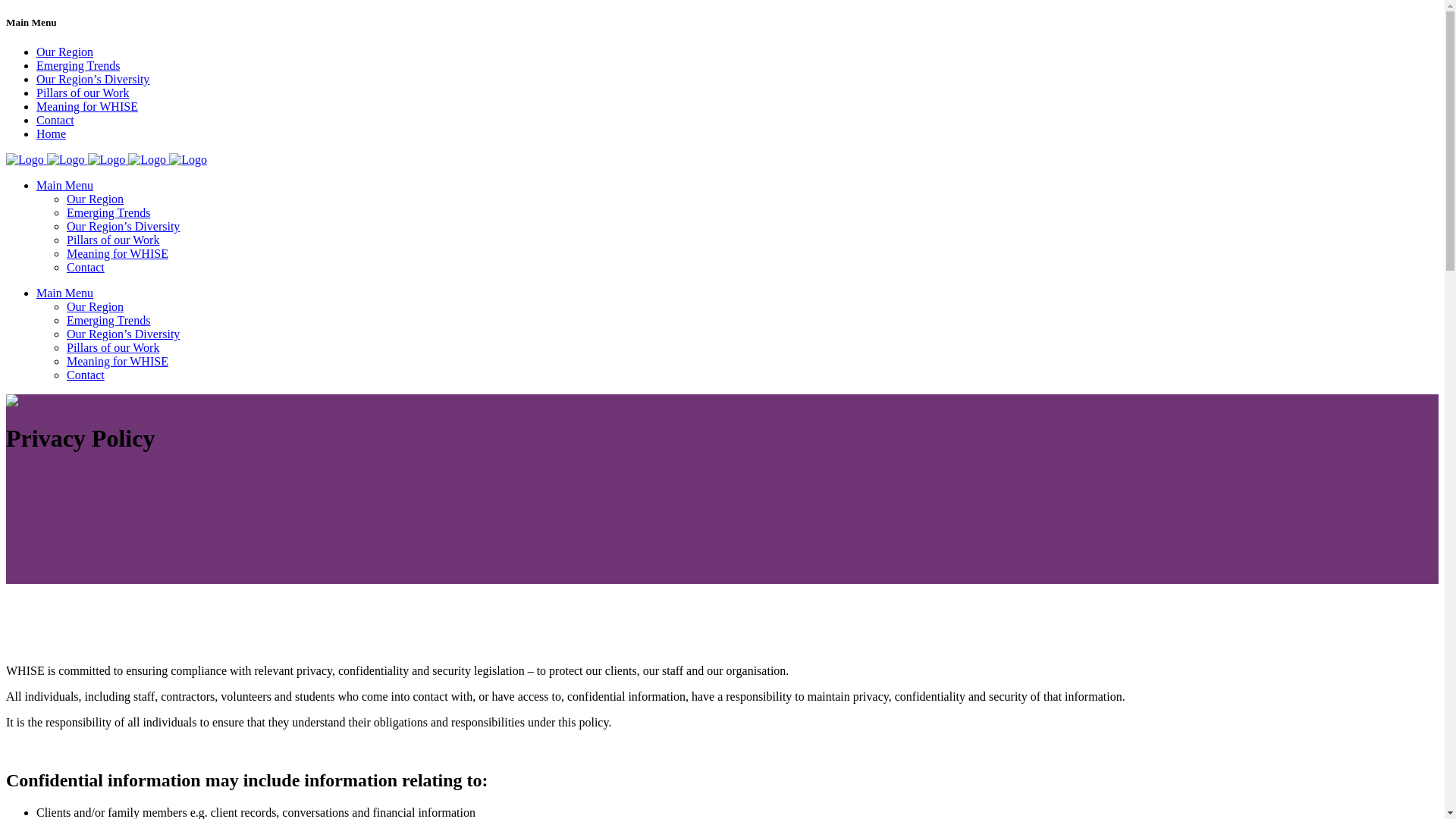 Image resolution: width=1456 pixels, height=819 pixels. Describe the element at coordinates (94, 198) in the screenshot. I see `'Our Region'` at that location.